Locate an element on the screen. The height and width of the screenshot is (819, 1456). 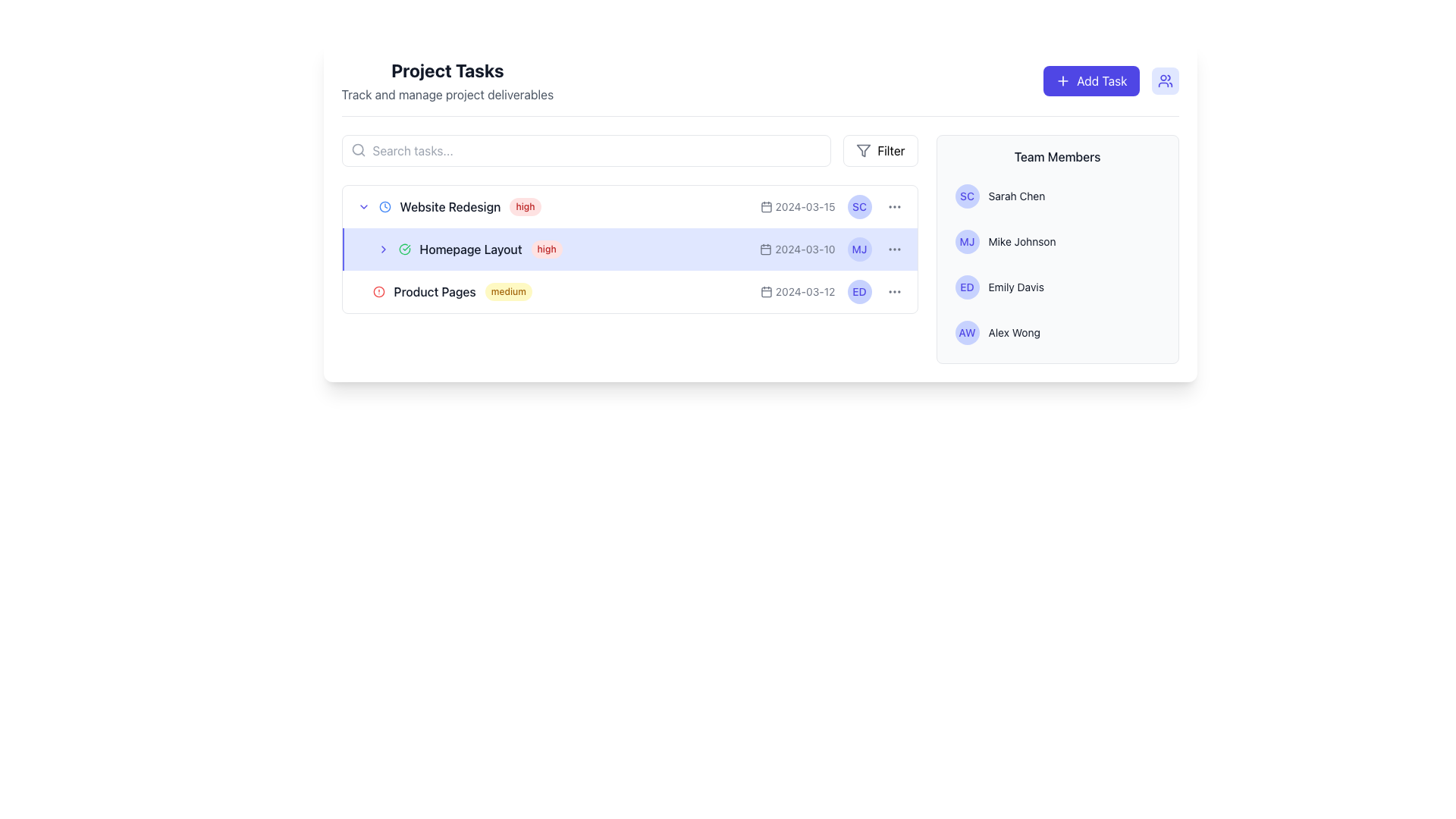
the third list item displaying user information in the 'Team Members' section, which identifies a team member by their name and initials, located between 'Mike Johnson' and 'Alex Wong' is located at coordinates (1056, 287).